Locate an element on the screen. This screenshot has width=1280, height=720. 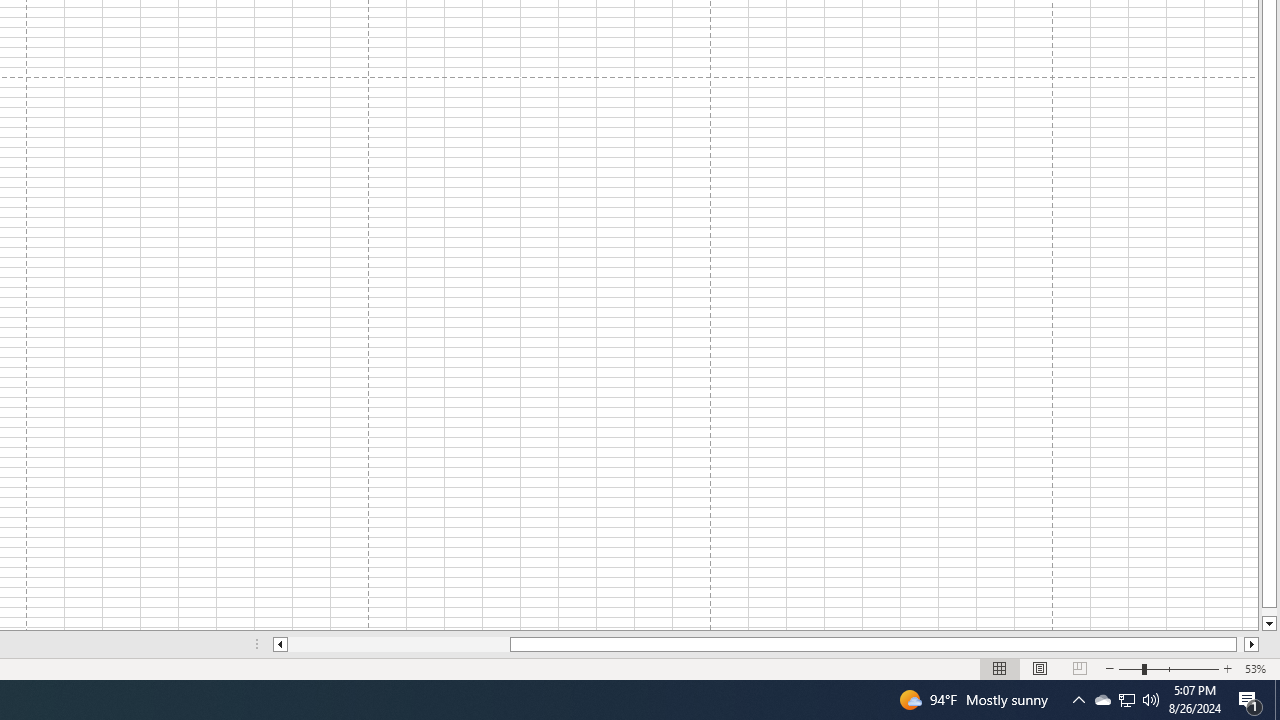
'Zoom In' is located at coordinates (1226, 669).